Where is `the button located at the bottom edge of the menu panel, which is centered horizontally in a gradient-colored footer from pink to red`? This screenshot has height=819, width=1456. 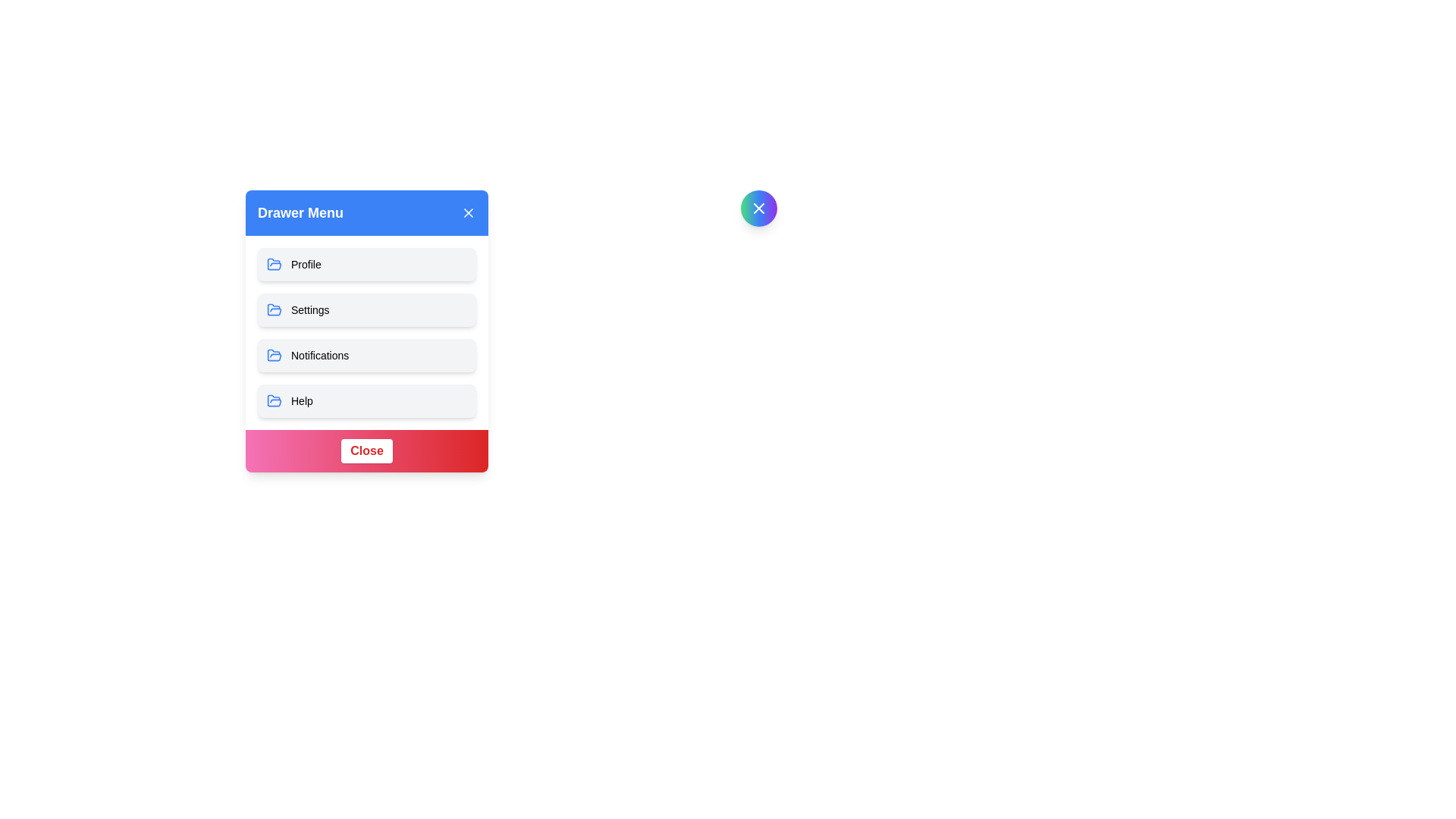 the button located at the bottom edge of the menu panel, which is centered horizontally in a gradient-colored footer from pink to red is located at coordinates (367, 450).